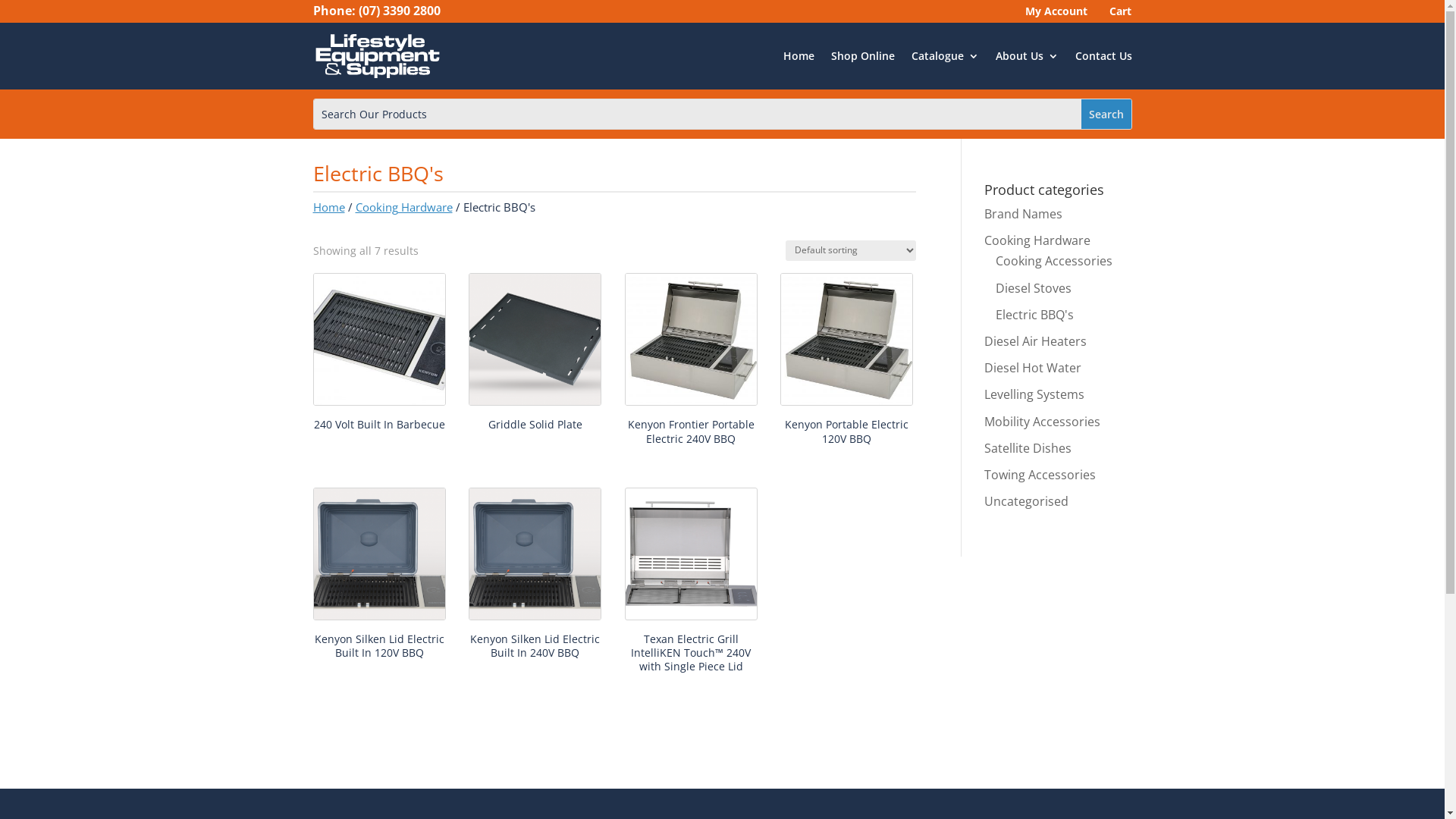  What do you see at coordinates (1034, 341) in the screenshot?
I see `'Diesel Air Heaters'` at bounding box center [1034, 341].